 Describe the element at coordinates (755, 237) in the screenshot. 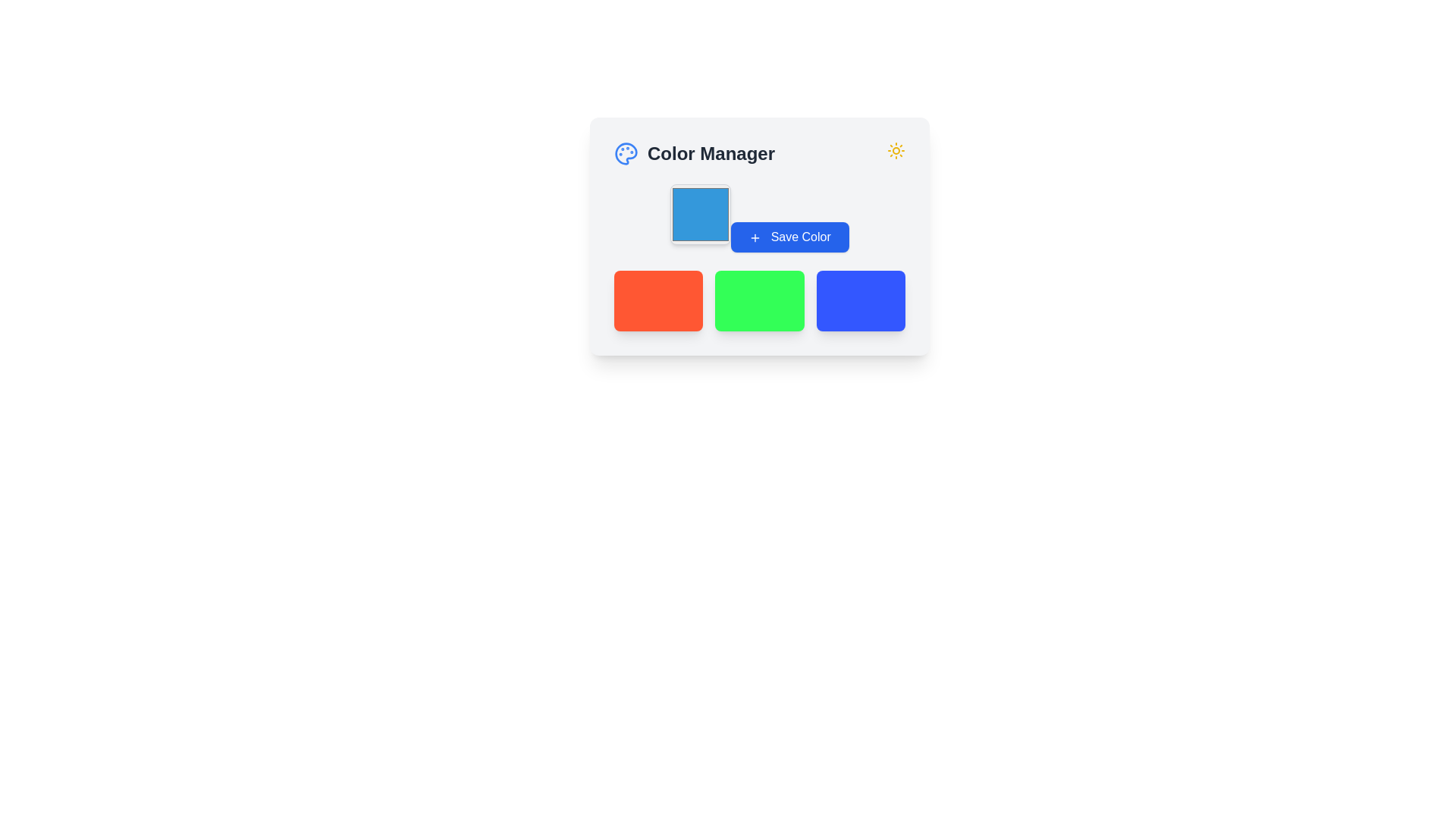

I see `the plus sign icon located inside the blue 'Save Color' button` at that location.